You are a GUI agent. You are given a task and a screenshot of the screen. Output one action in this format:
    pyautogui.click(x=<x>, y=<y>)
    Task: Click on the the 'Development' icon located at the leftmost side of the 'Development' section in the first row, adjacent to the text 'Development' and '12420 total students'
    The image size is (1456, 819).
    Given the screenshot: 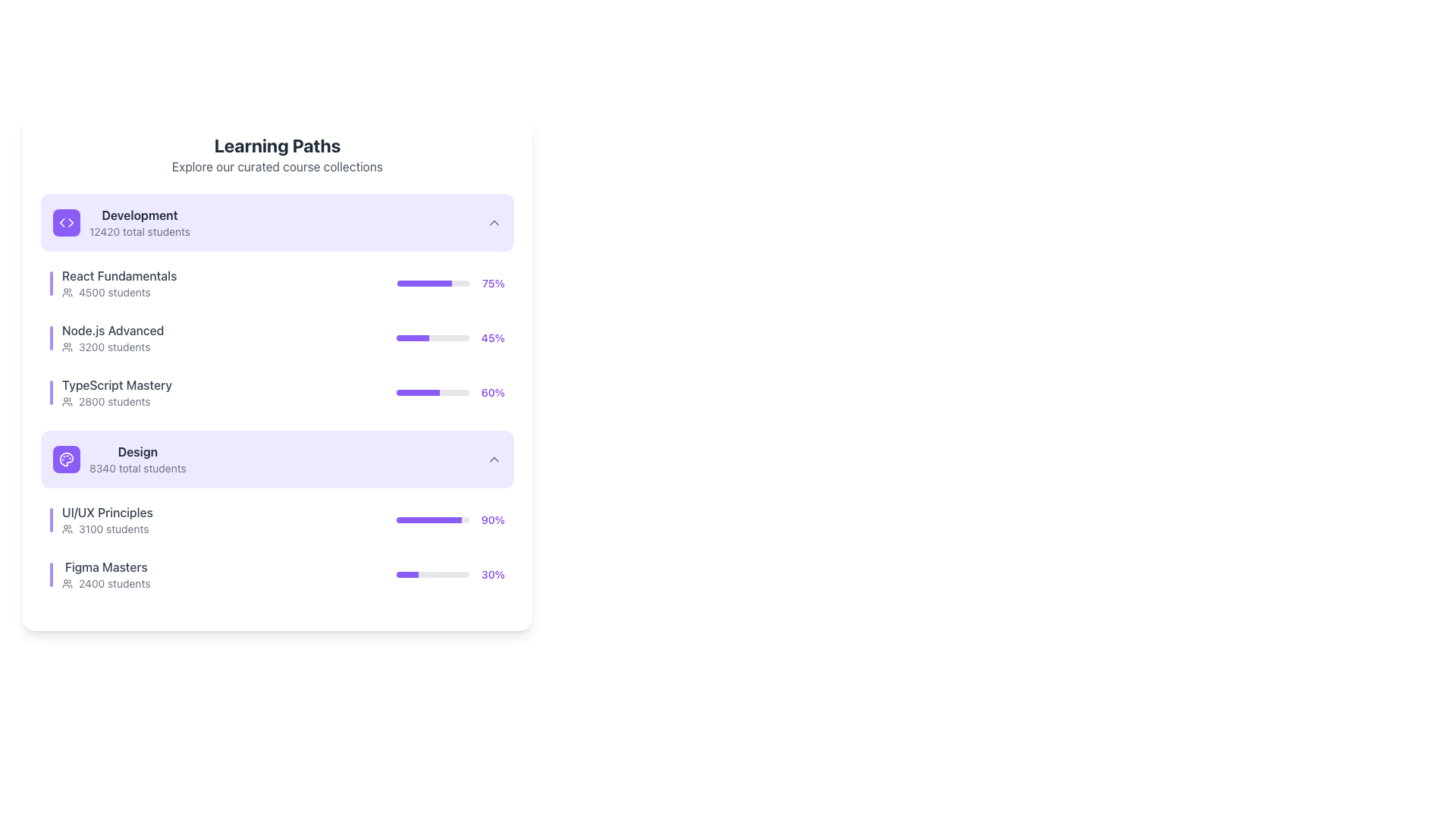 What is the action you would take?
    pyautogui.click(x=65, y=222)
    